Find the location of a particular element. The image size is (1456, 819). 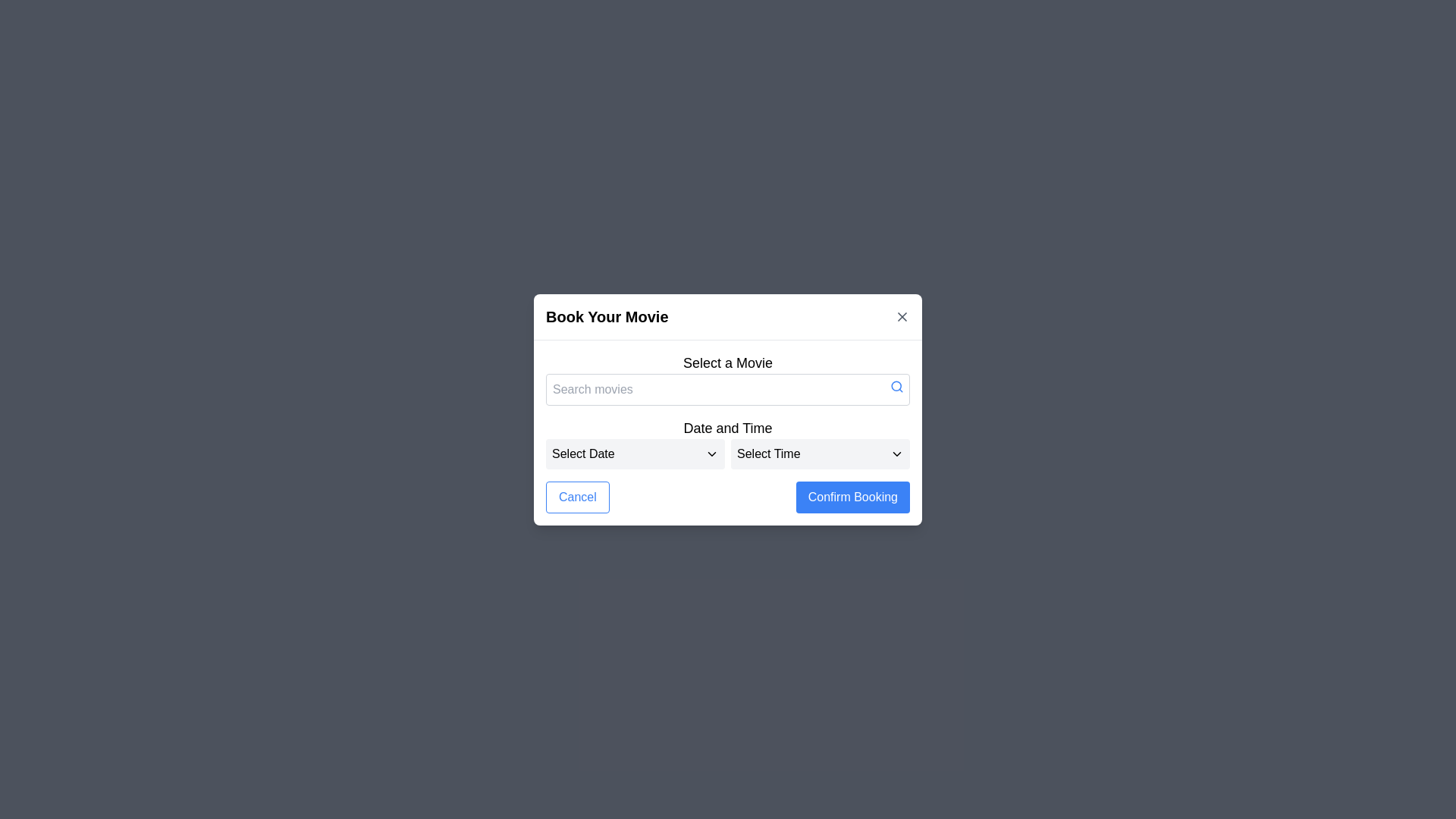

the 'Confirm Booking' button located on the right side of the 'Cancel' button in the 'Book Your Movie' modal to observe the hover effect is located at coordinates (852, 497).